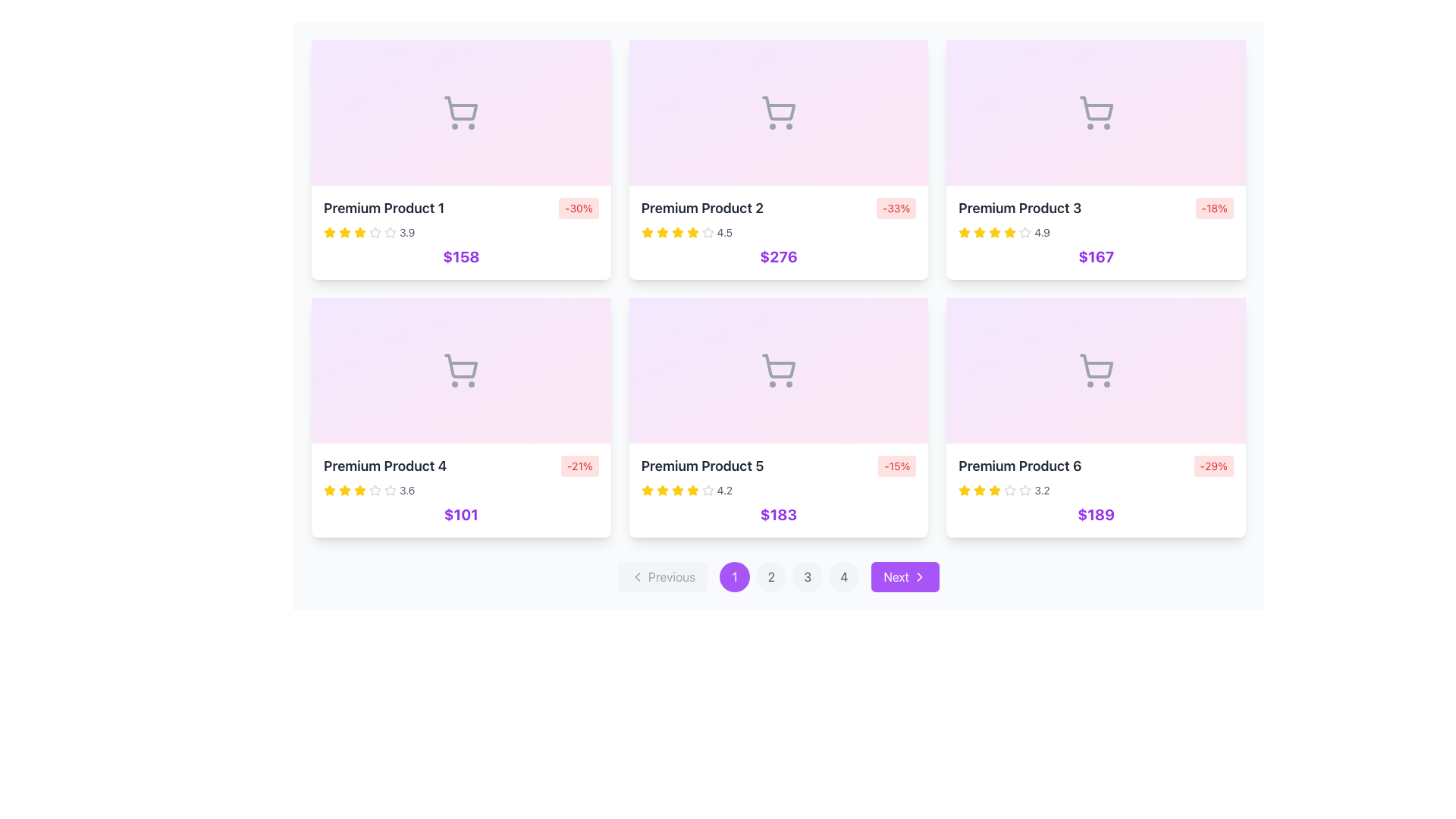 Image resolution: width=1456 pixels, height=819 pixels. I want to click on the visual style of the yellow star icon, which is the first star in the rating component under 'Premium Product 2', above the price '$276', so click(647, 233).